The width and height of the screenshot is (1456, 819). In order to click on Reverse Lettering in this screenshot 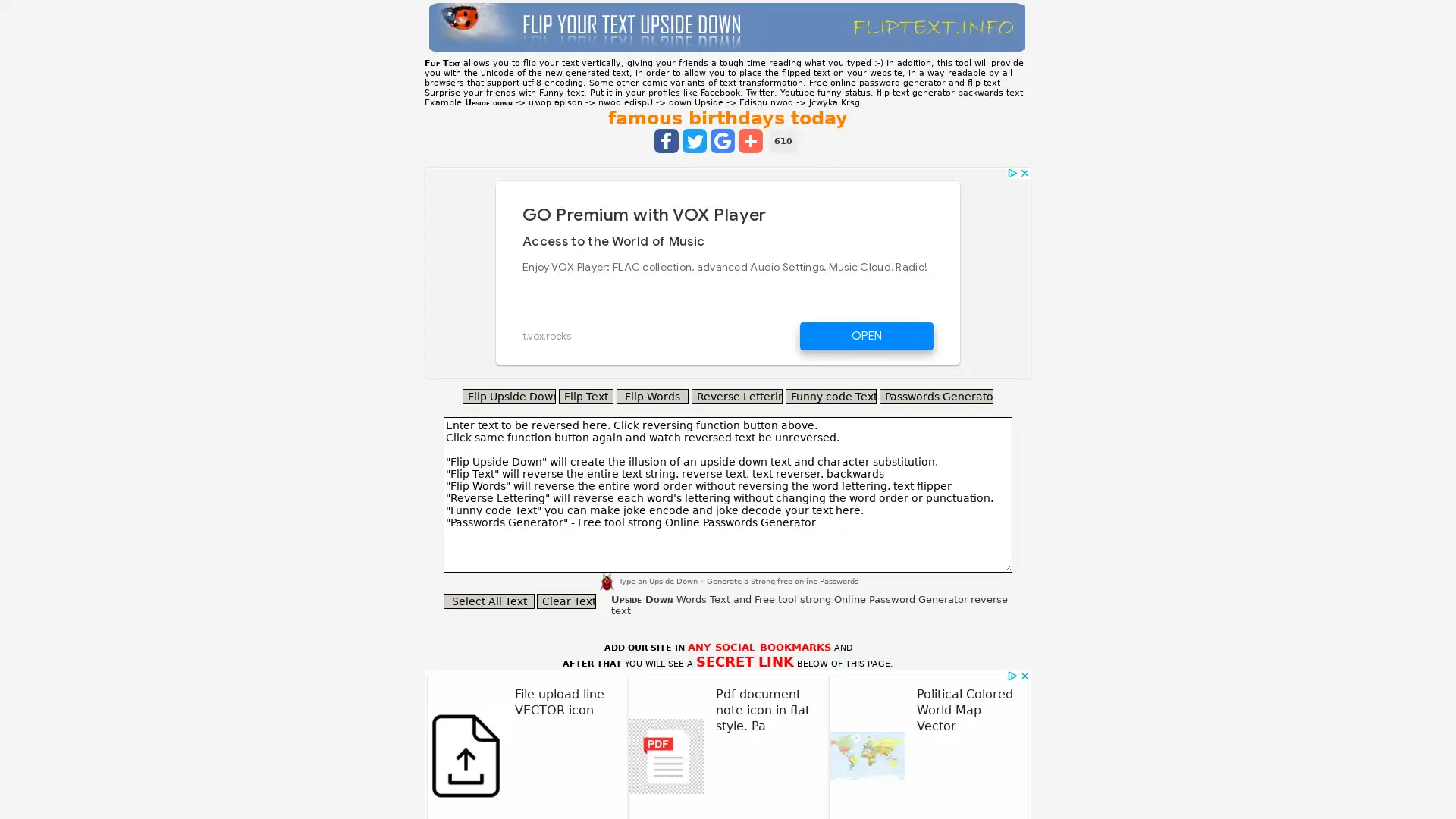, I will do `click(736, 396)`.